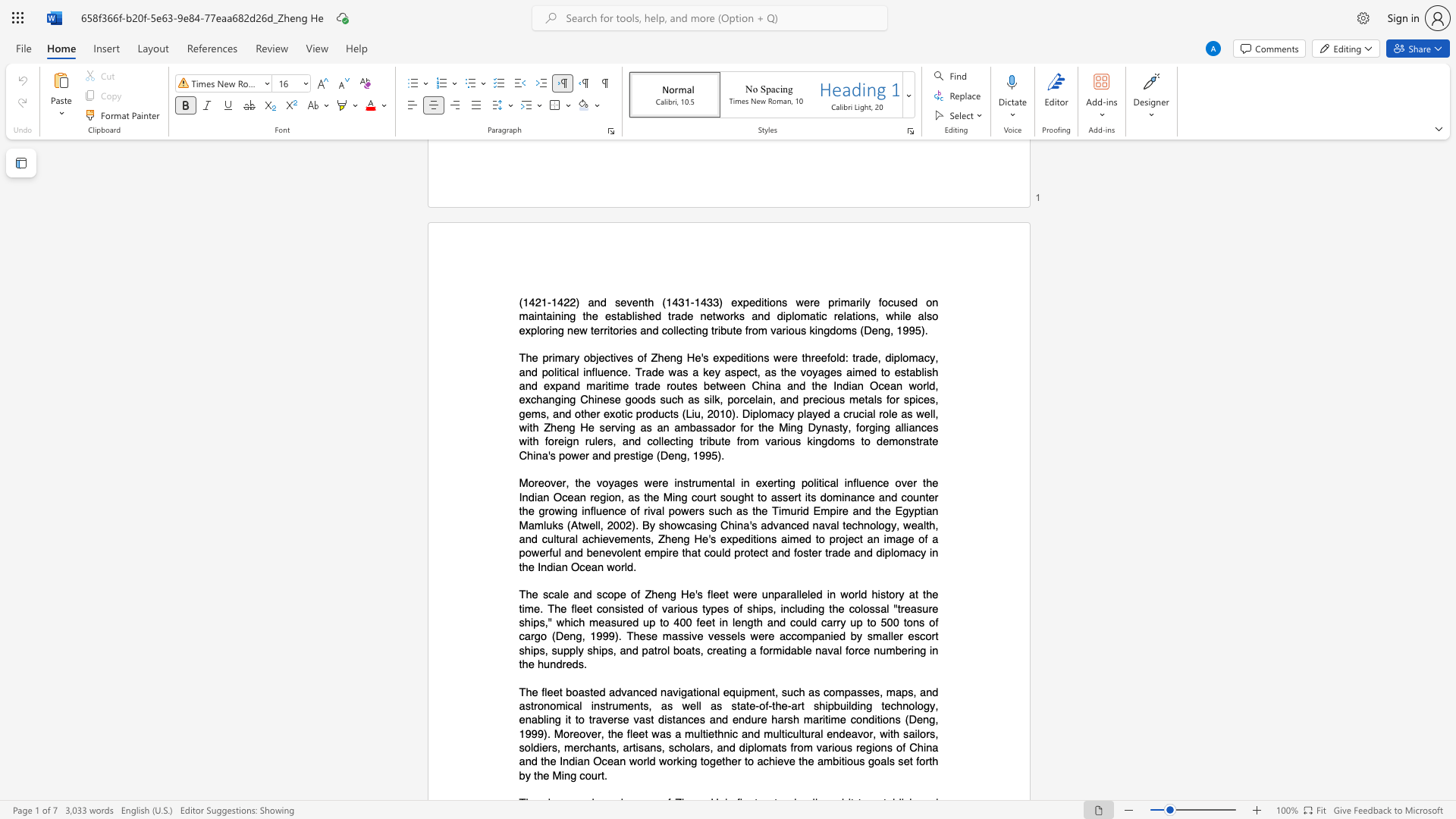 The image size is (1456, 819). What do you see at coordinates (725, 497) in the screenshot?
I see `the subset text "ought to assert its dominance and count" within the text "Moreover, the voyages were instrumental in exerting political influence over the Indian Ocean region, as the Ming court sought to assert its dominance and counter the growing influence of rival powers such as the Timurid Empire and the Egyptian Mamluks (Atwell, 2002). By"` at bounding box center [725, 497].